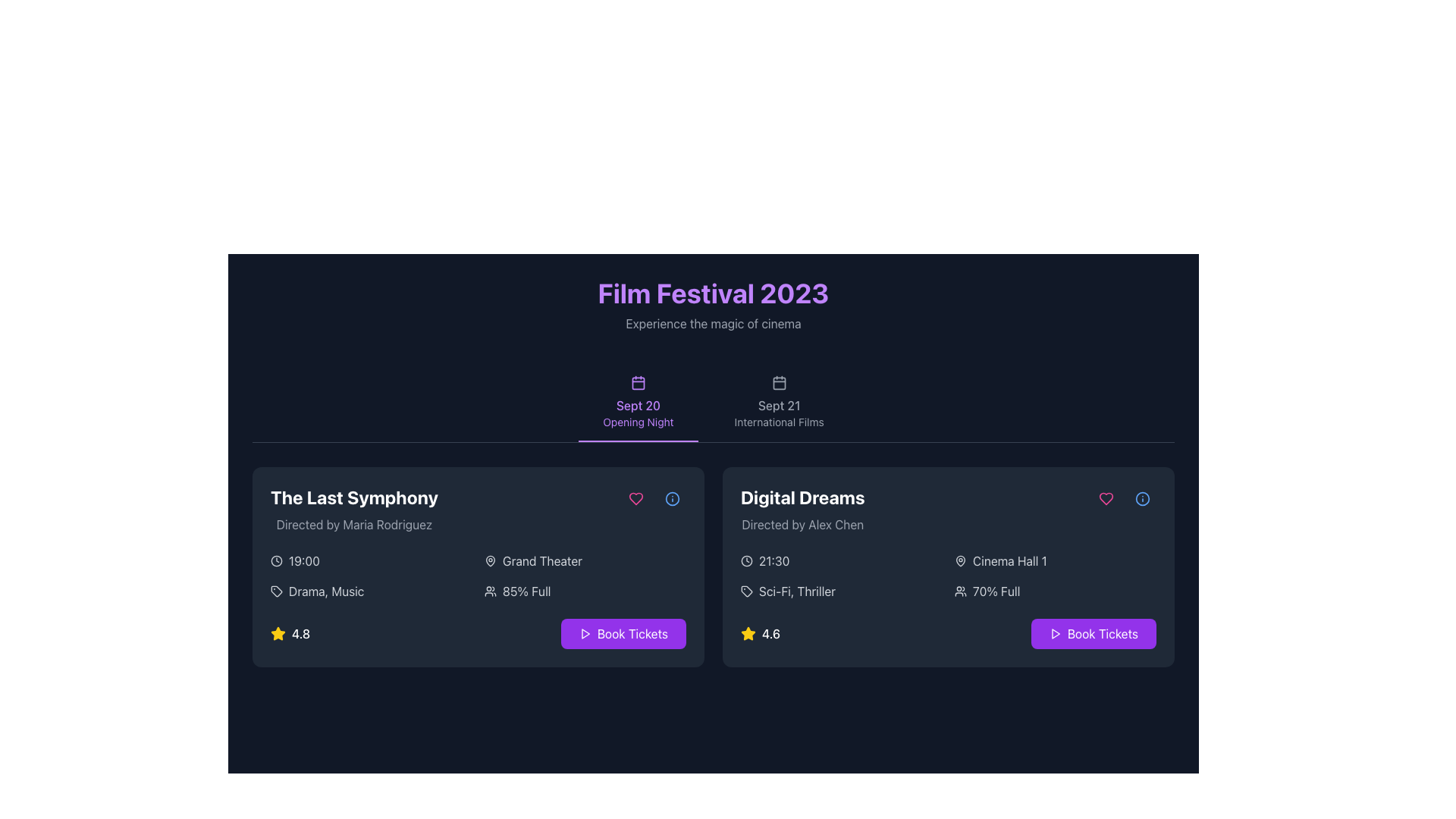 Image resolution: width=1456 pixels, height=819 pixels. Describe the element at coordinates (712, 323) in the screenshot. I see `the static text reading 'Experience the magic of cinema' which is positioned below the bold title 'Film Festival 2023'` at that location.